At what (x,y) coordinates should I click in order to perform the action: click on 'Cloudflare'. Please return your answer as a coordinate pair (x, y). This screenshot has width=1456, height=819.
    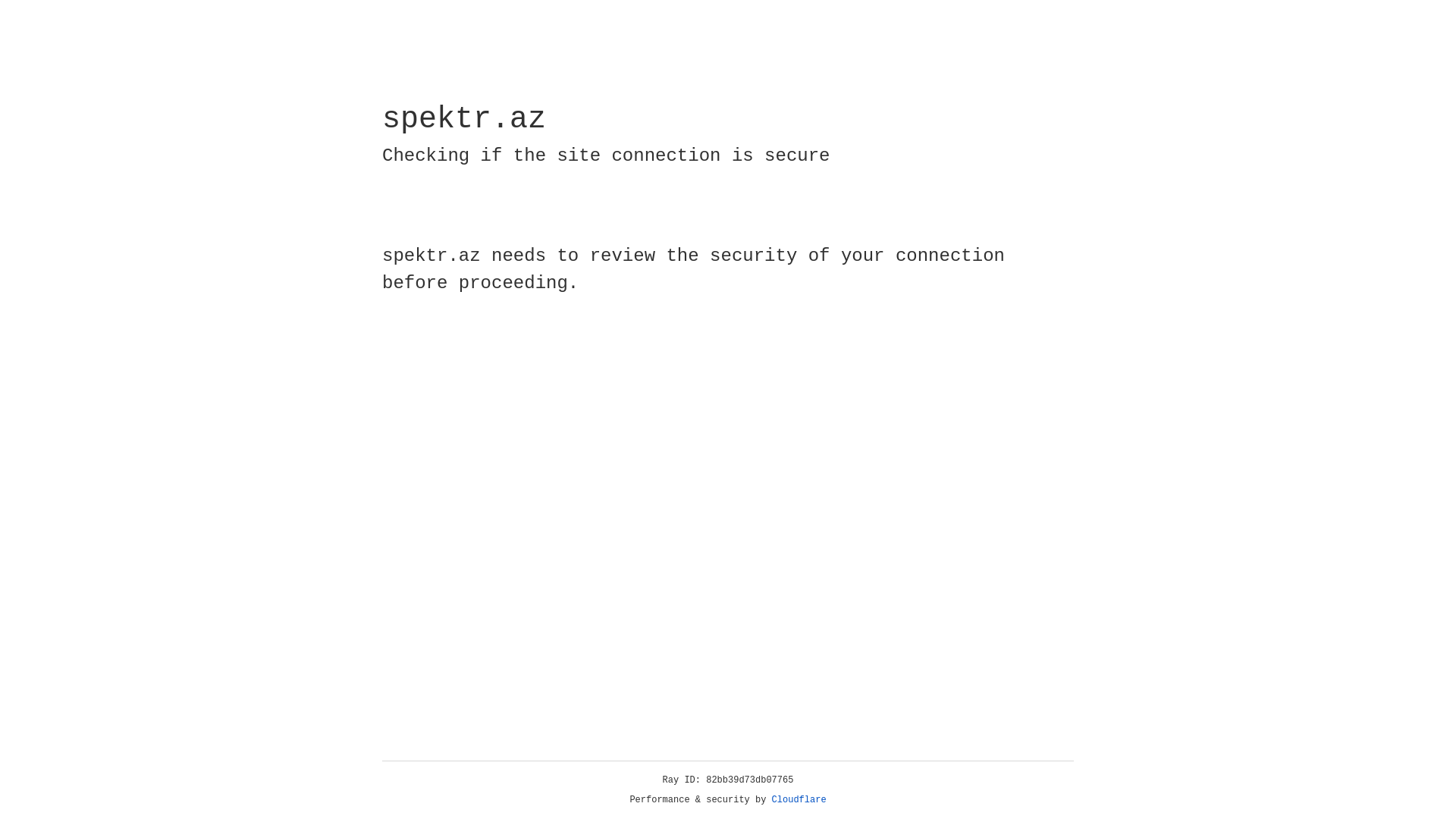
    Looking at the image, I should click on (799, 799).